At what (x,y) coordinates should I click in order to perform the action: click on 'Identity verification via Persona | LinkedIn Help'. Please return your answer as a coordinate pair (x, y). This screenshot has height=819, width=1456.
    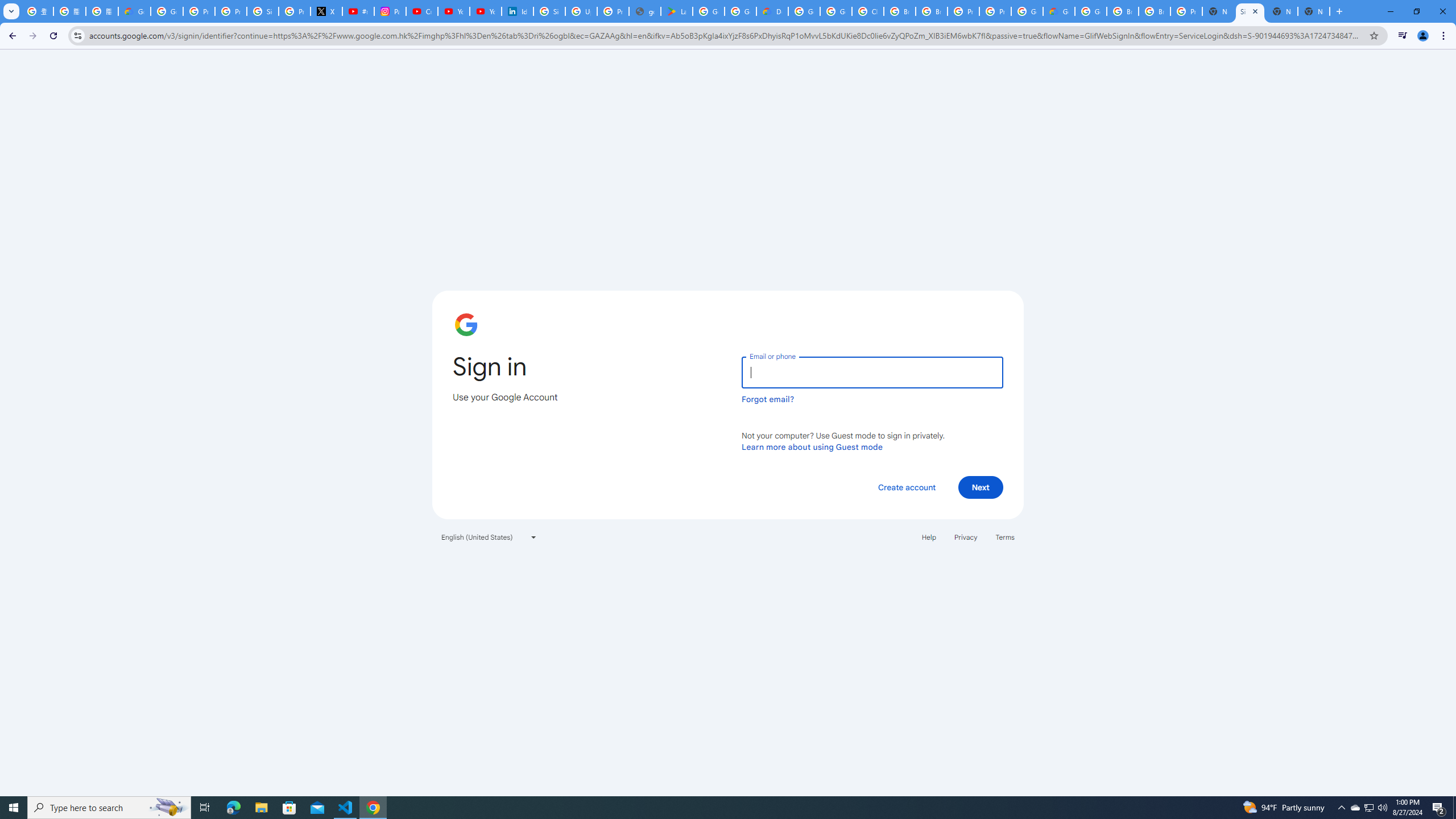
    Looking at the image, I should click on (517, 11).